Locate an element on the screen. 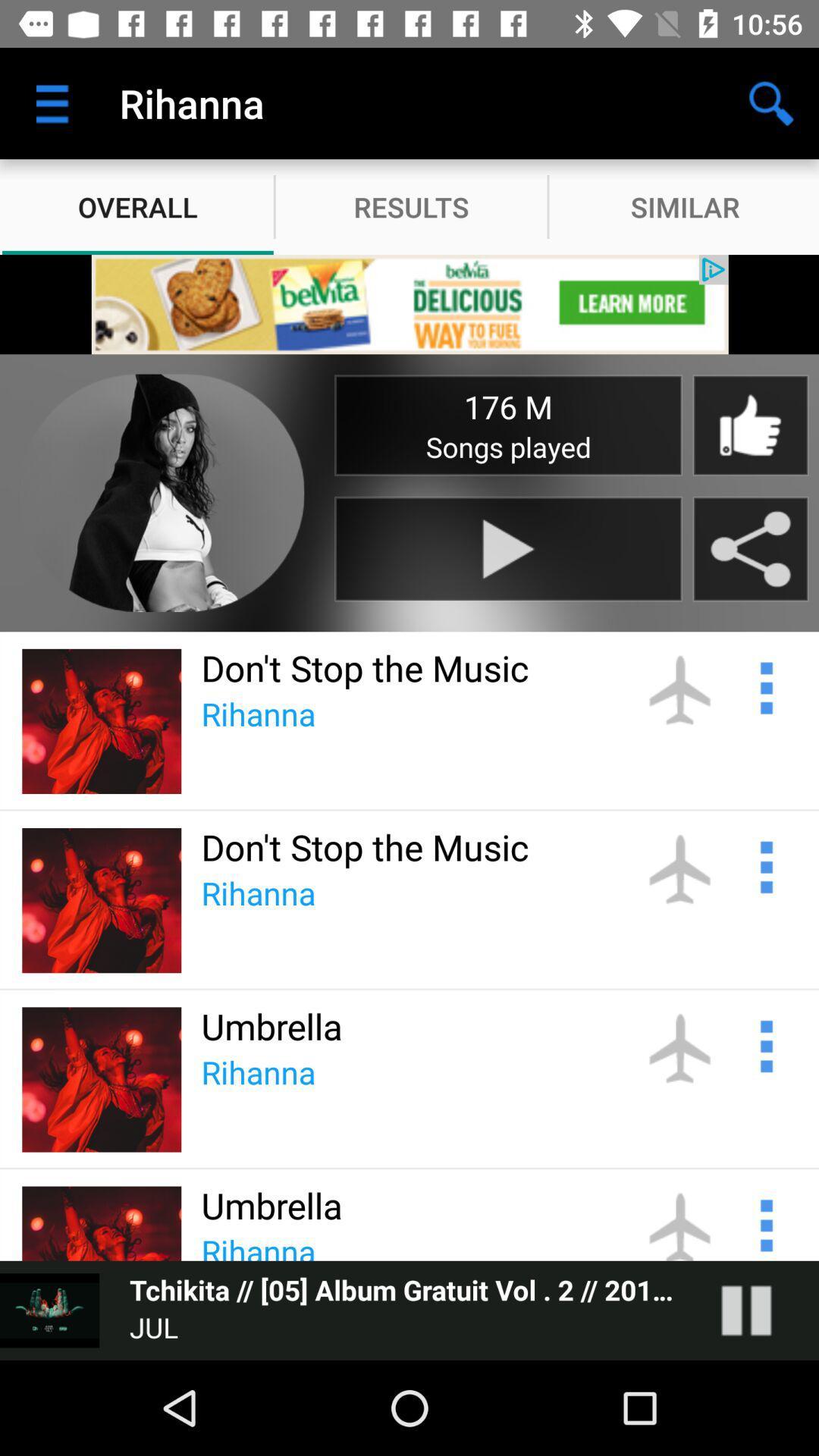  the pause icon is located at coordinates (761, 1310).